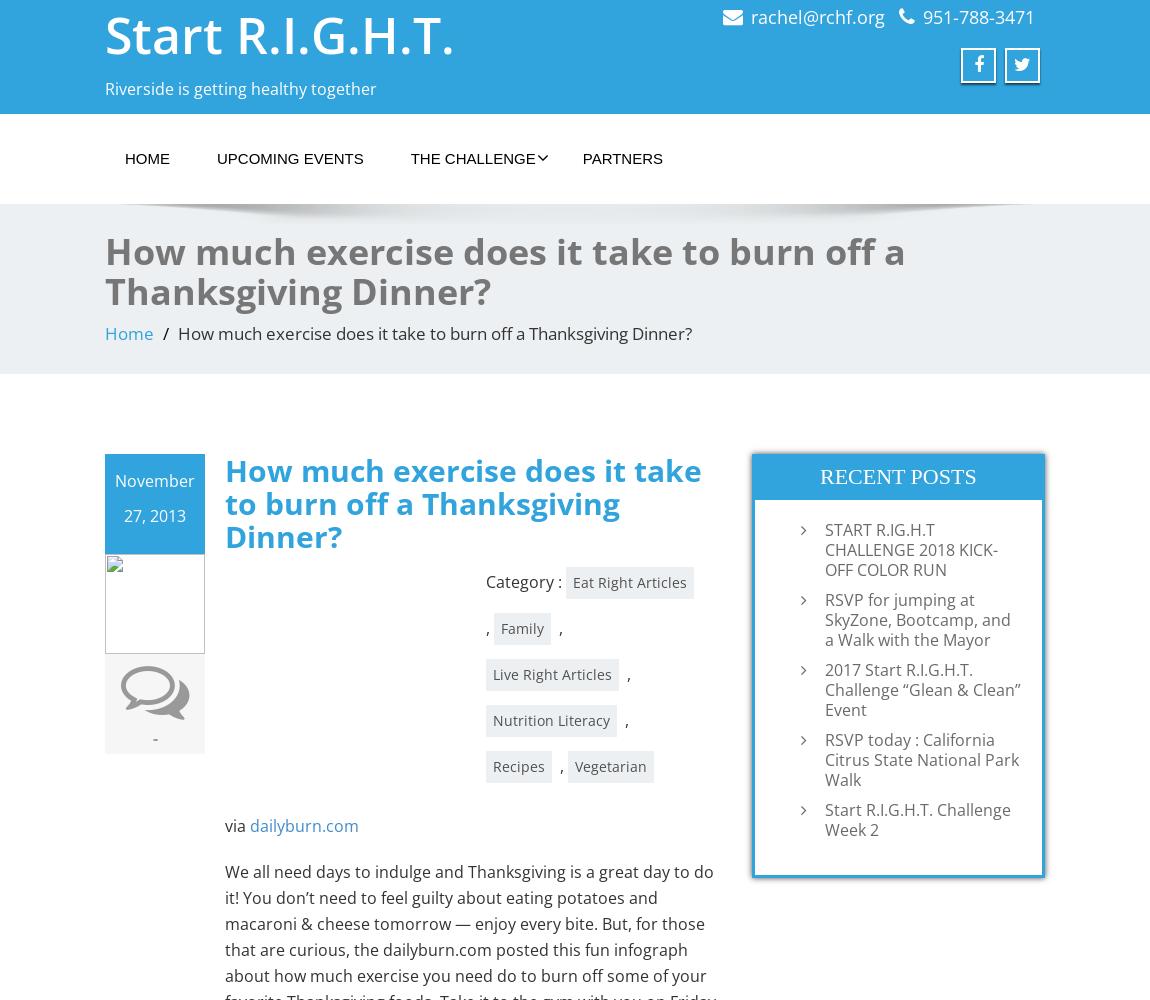 The image size is (1150, 1000). What do you see at coordinates (897, 474) in the screenshot?
I see `'Recent Posts'` at bounding box center [897, 474].